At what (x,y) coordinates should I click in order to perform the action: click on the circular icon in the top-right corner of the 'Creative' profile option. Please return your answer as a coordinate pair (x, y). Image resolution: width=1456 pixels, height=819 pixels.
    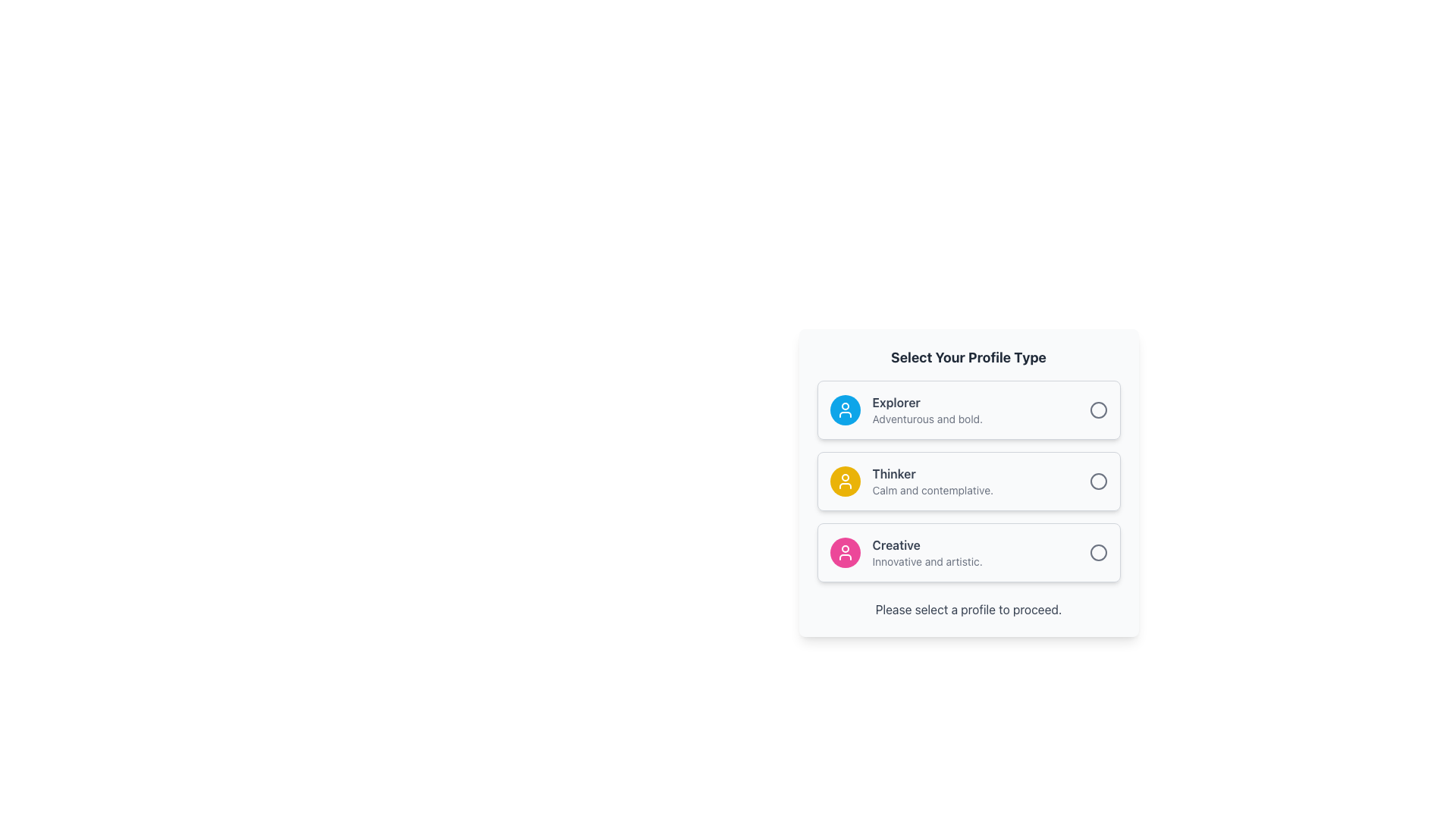
    Looking at the image, I should click on (1098, 553).